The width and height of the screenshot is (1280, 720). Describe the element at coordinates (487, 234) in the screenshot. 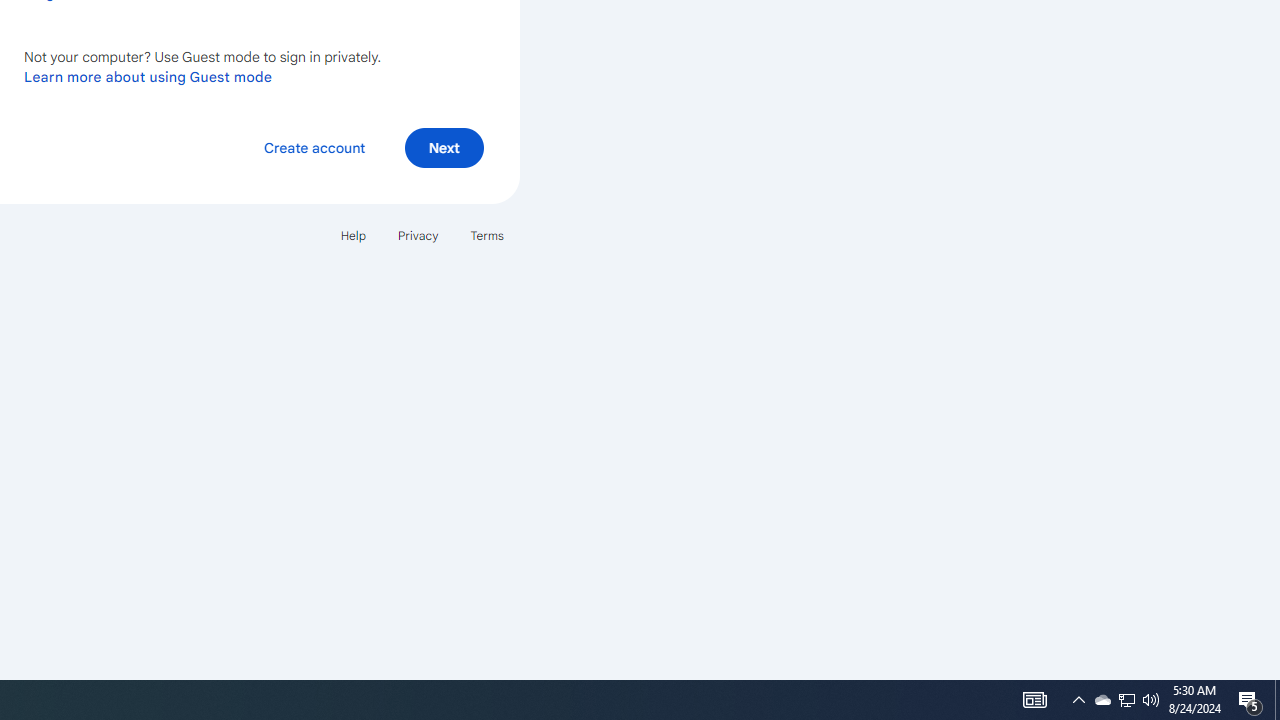

I see `'Terms'` at that location.